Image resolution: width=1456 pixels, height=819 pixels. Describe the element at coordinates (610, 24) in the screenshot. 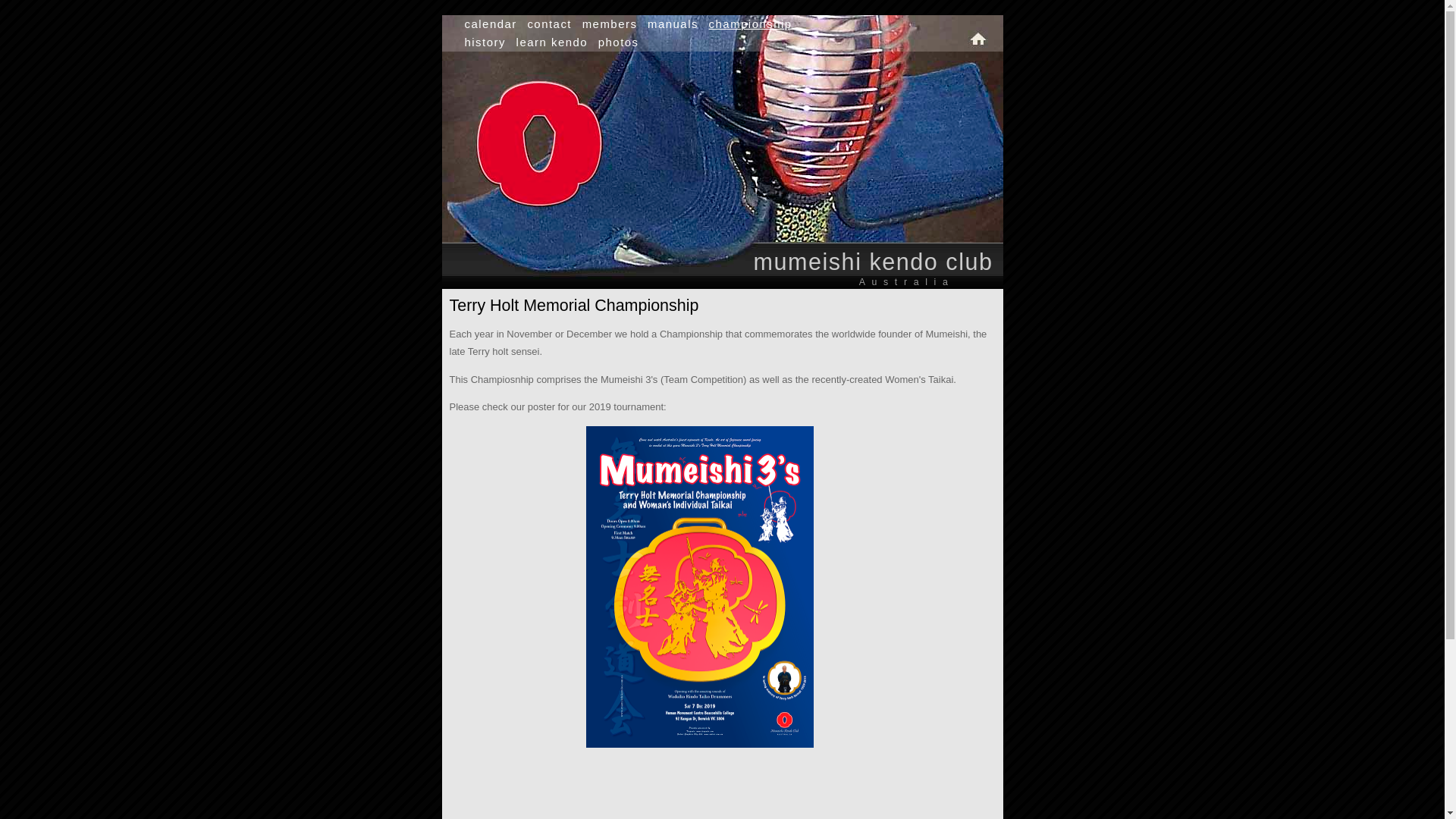

I see `'members'` at that location.